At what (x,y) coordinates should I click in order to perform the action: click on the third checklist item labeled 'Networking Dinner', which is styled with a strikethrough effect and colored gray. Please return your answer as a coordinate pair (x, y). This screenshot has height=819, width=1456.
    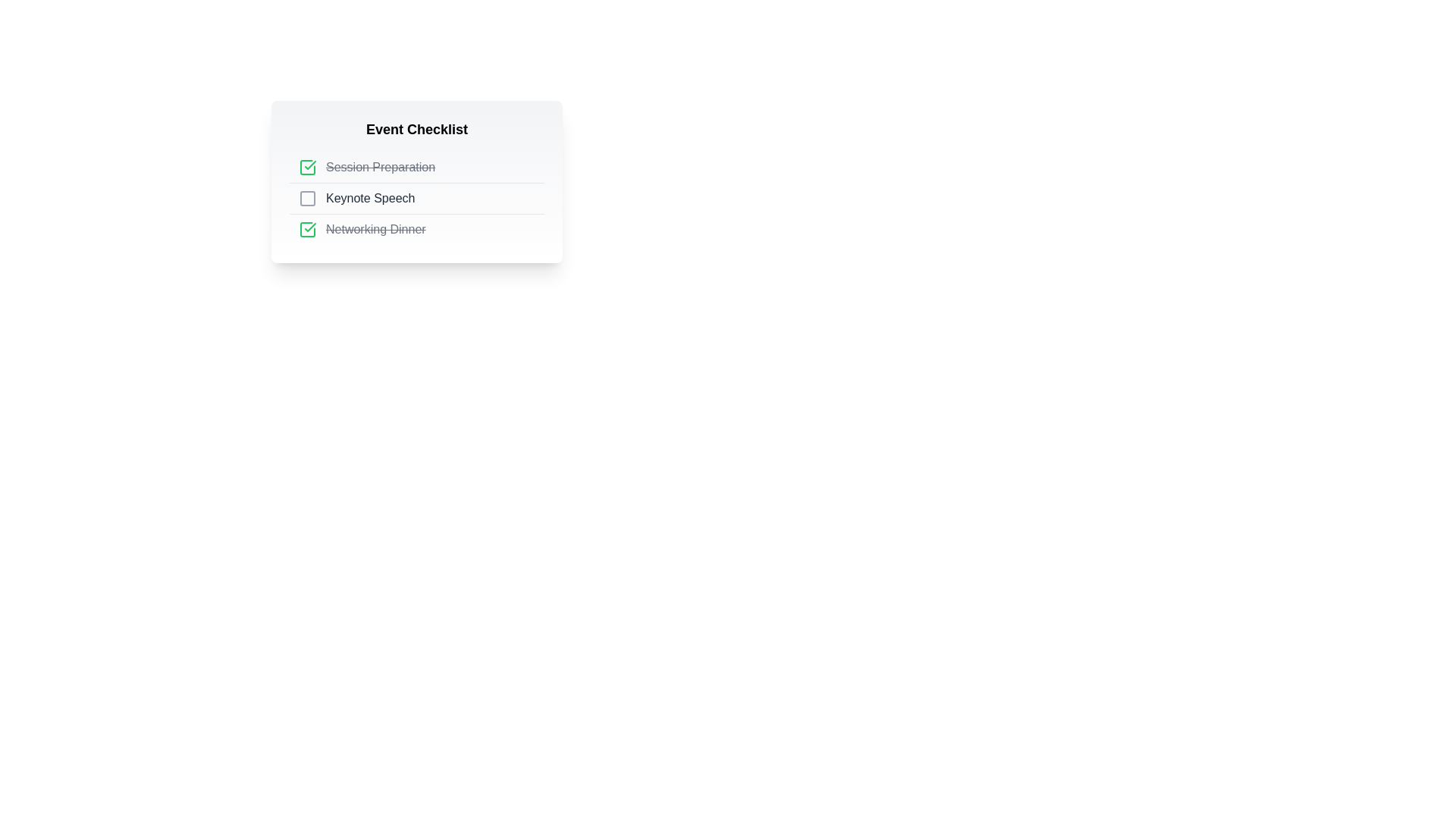
    Looking at the image, I should click on (375, 230).